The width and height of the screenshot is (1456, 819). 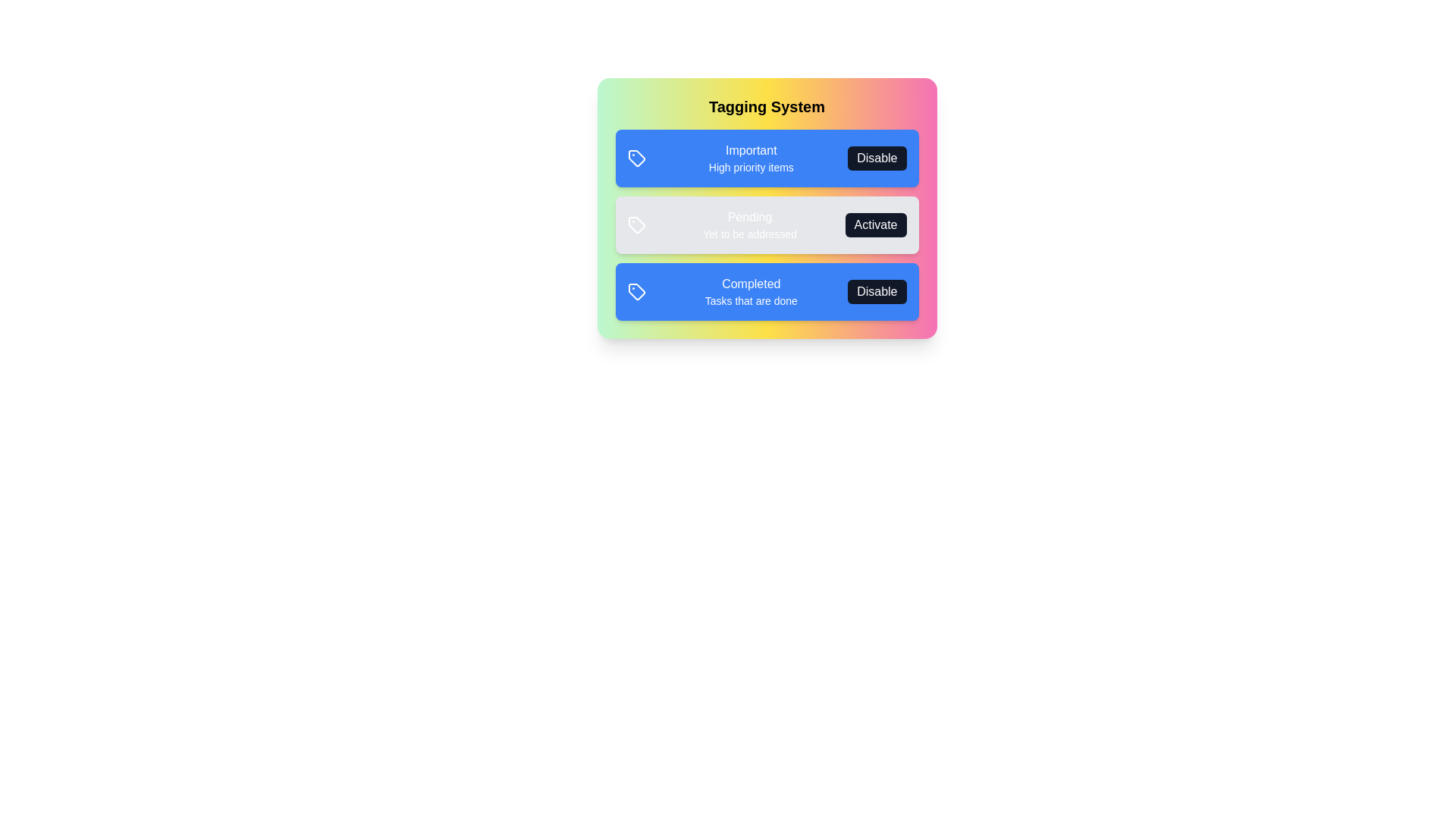 What do you see at coordinates (877, 158) in the screenshot?
I see `the 'Disable' button of the 'Important' tag to toggle its state` at bounding box center [877, 158].